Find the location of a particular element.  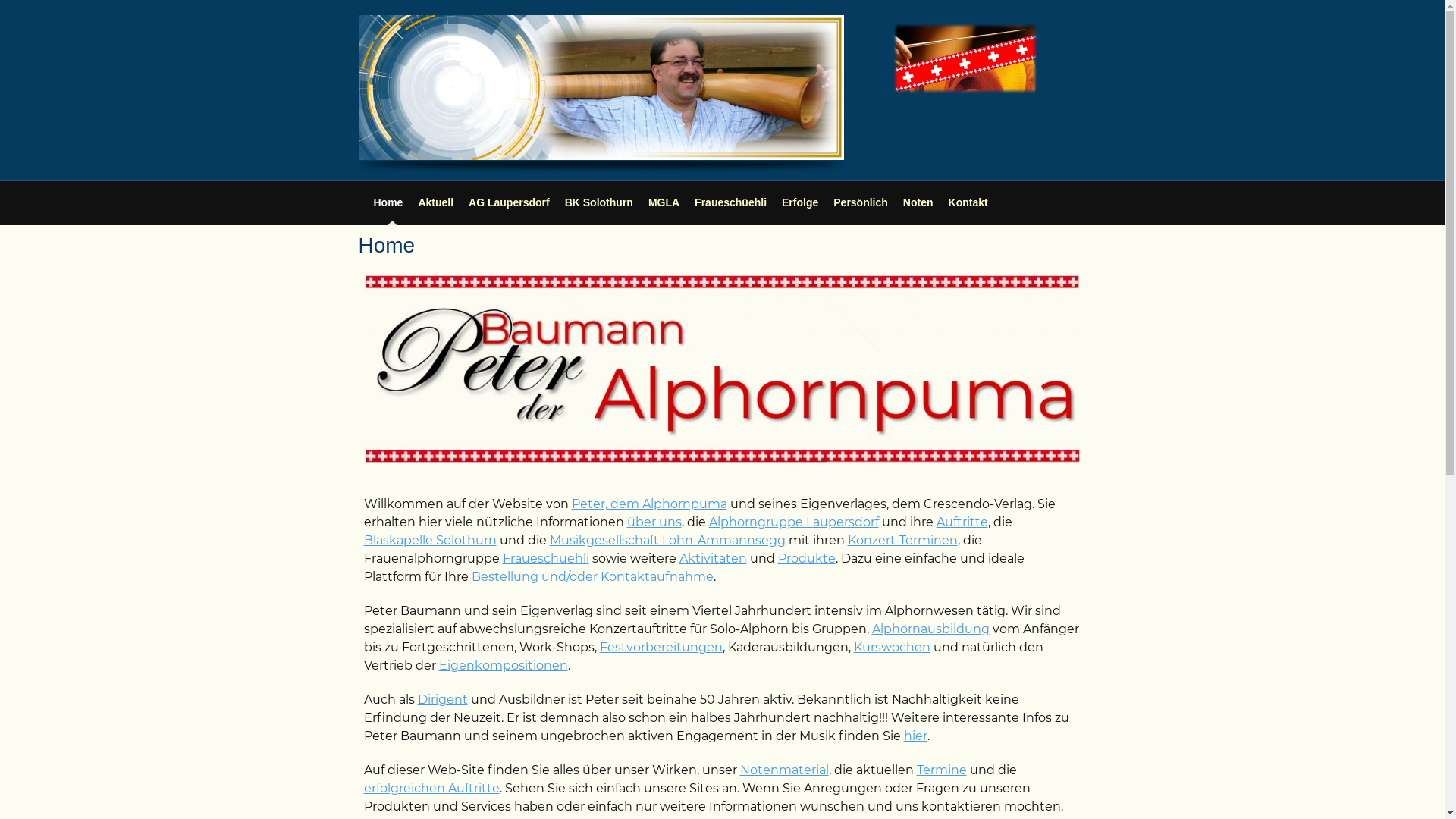

'Notenmaterial' is located at coordinates (784, 770).